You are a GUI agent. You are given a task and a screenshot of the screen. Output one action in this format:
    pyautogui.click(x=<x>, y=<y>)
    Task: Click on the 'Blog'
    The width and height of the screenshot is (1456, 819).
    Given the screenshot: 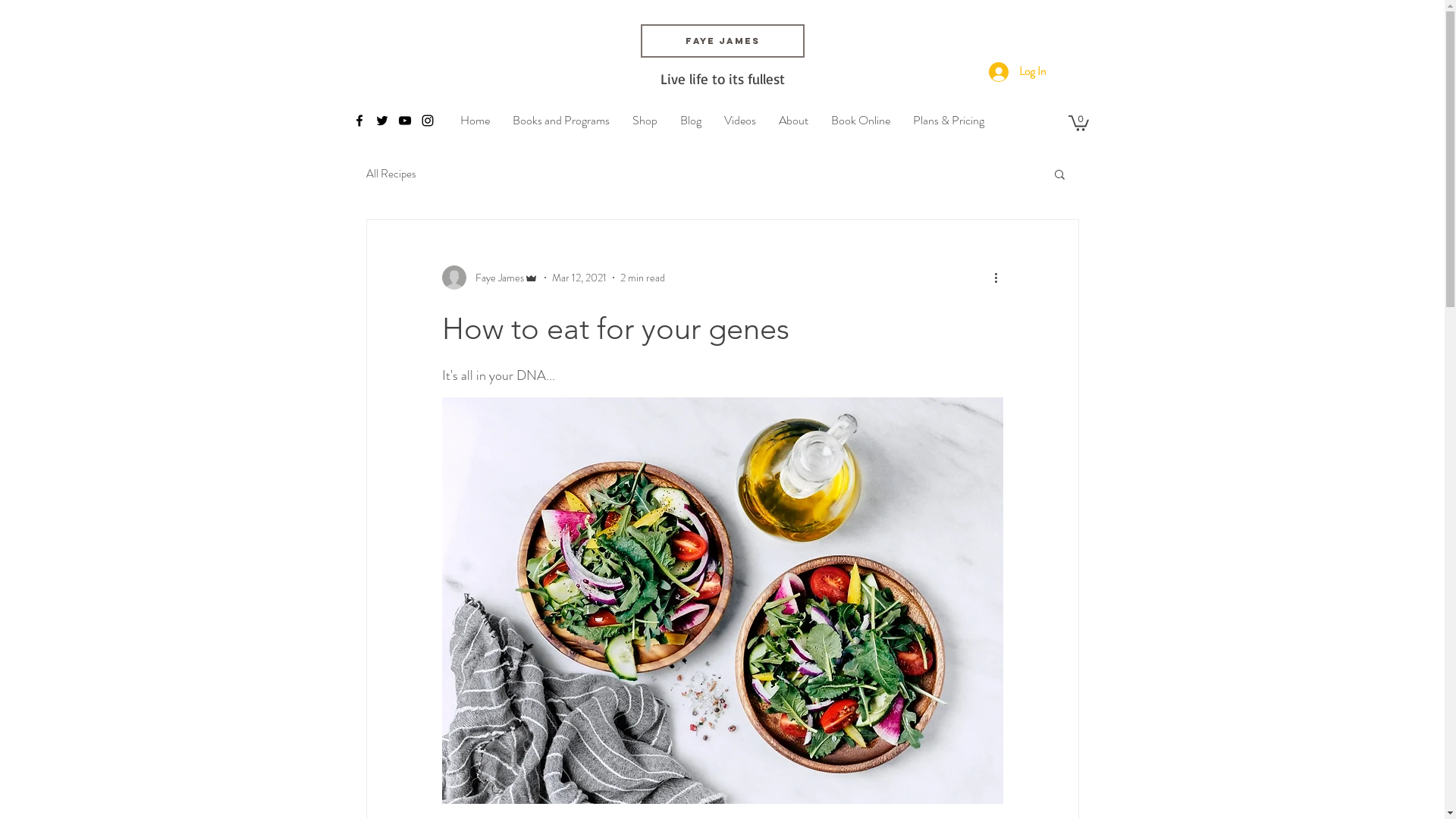 What is the action you would take?
    pyautogui.click(x=690, y=119)
    